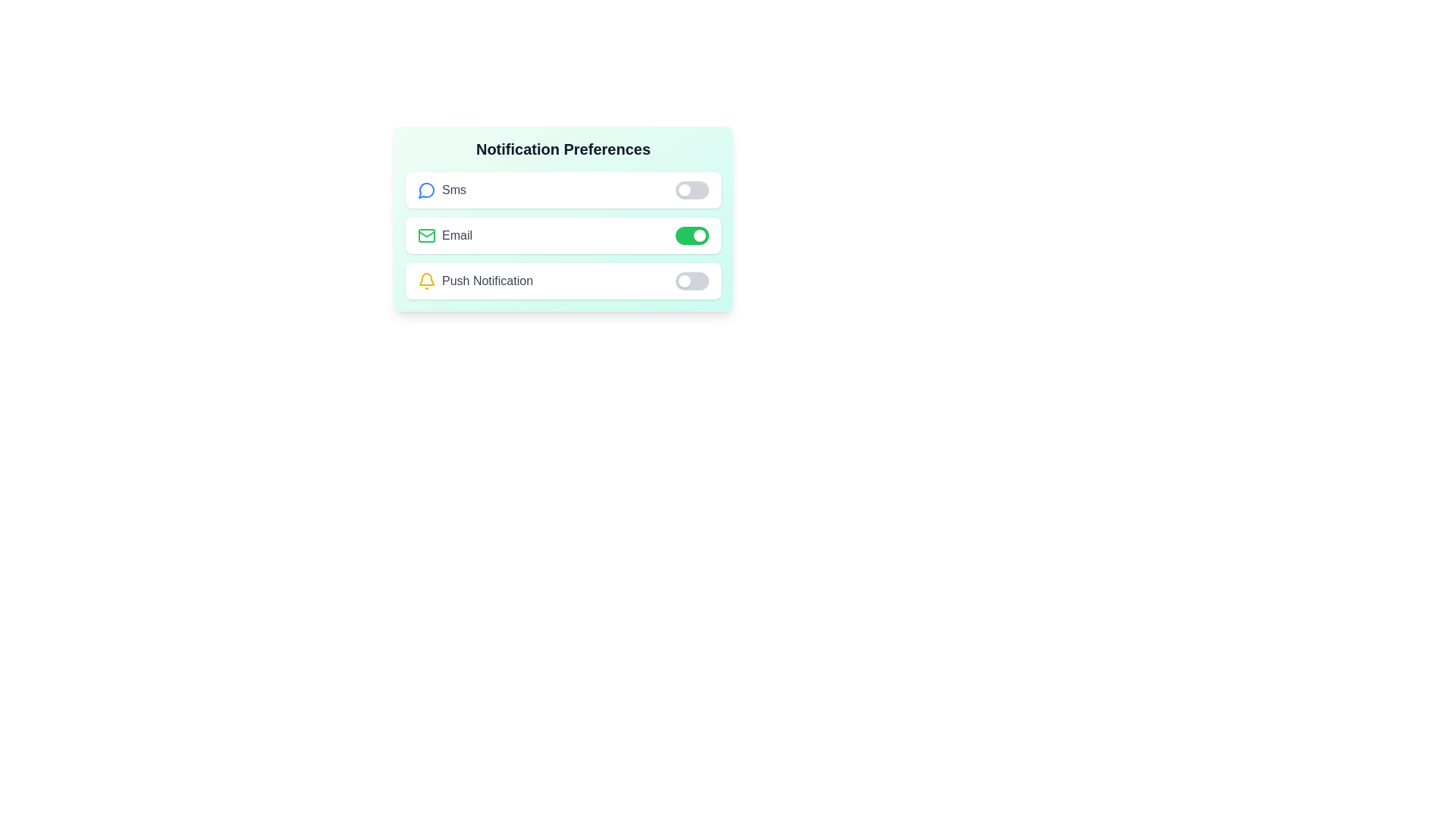  Describe the element at coordinates (488, 281) in the screenshot. I see `the text label that reads 'Push Notification', which is a medium-sized, gray, capitalized font element located in the middle of a row in the notification preferences settings` at that location.